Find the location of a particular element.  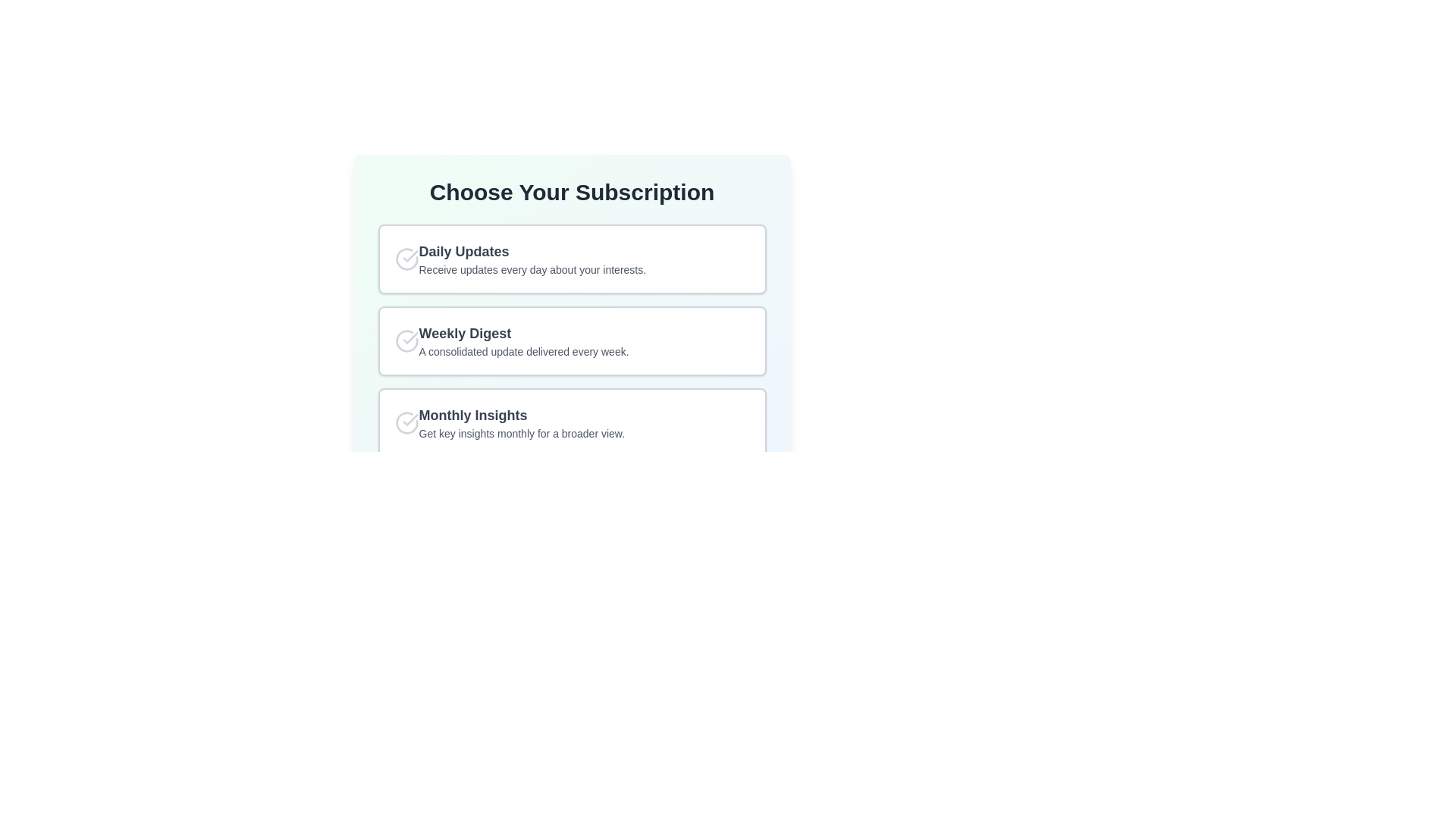

text element representing the subscription option for daily updates located under the heading 'Choose Your Subscription' at the top of the list is located at coordinates (532, 259).